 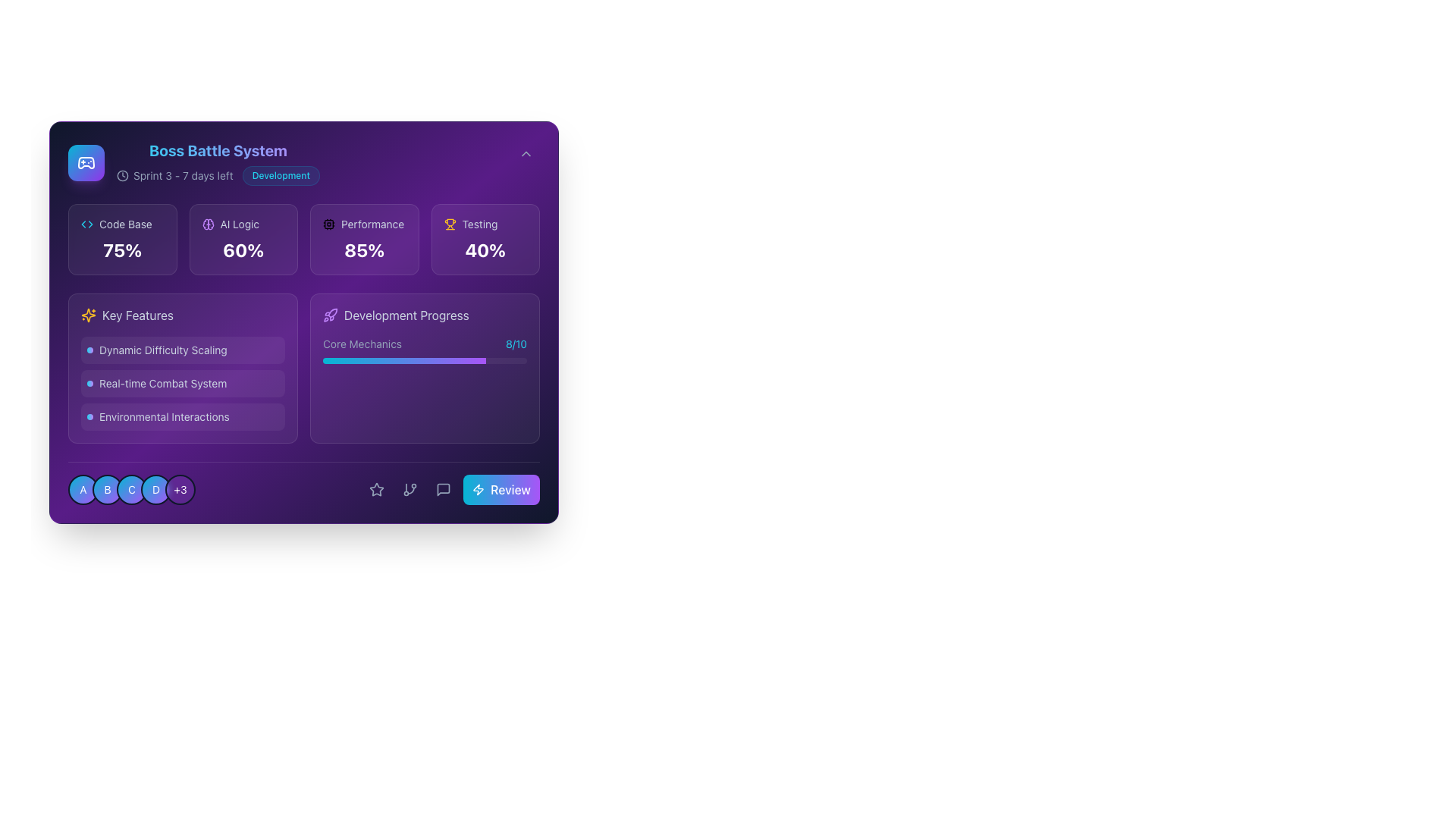 I want to click on the text block that serves as a header or summary for a specific section, located at the upper-left portion of the layout, slightly below the top boundary, so click(x=193, y=163).